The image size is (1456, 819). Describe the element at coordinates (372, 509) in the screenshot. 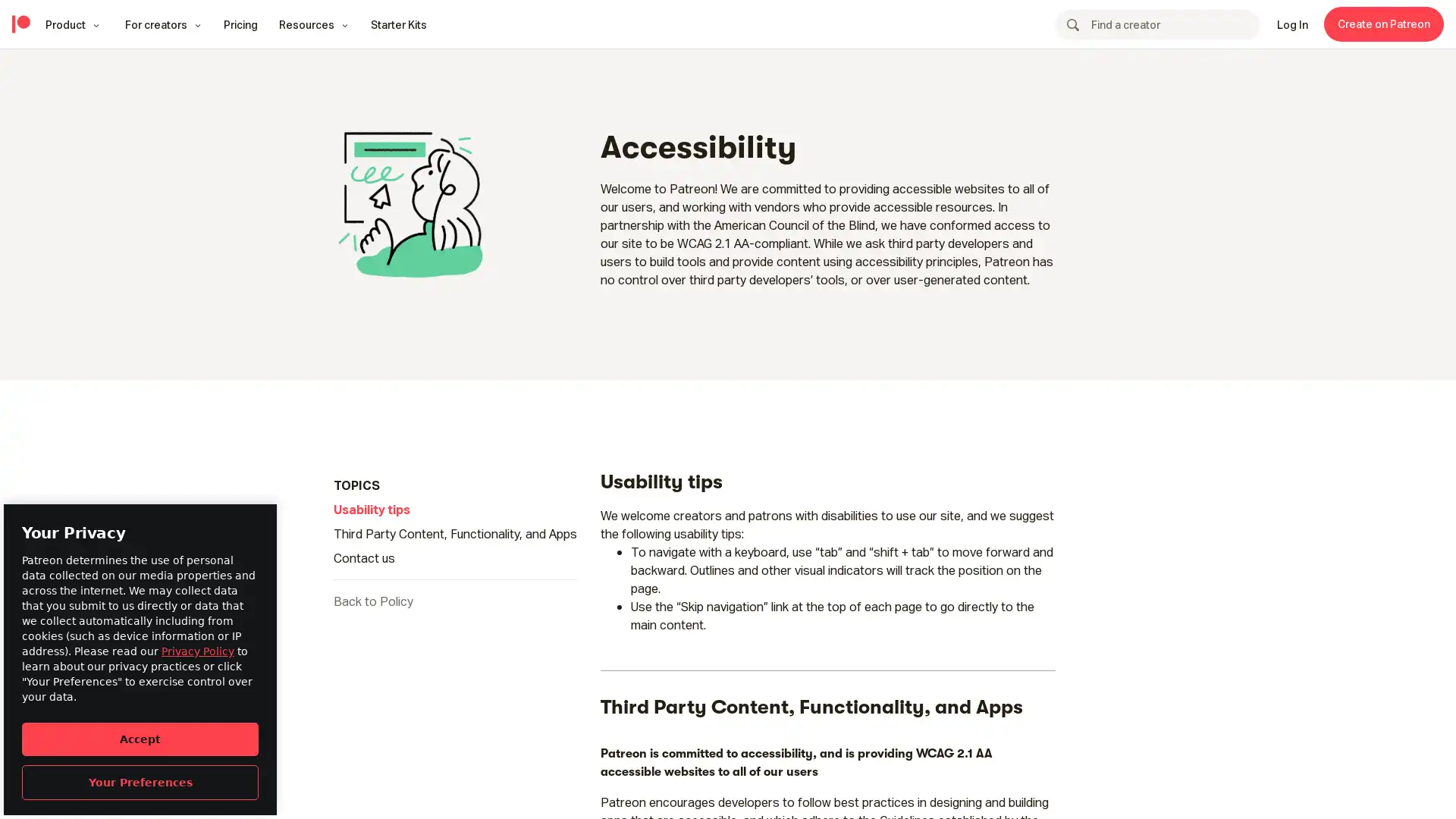

I see `Usability tips` at that location.